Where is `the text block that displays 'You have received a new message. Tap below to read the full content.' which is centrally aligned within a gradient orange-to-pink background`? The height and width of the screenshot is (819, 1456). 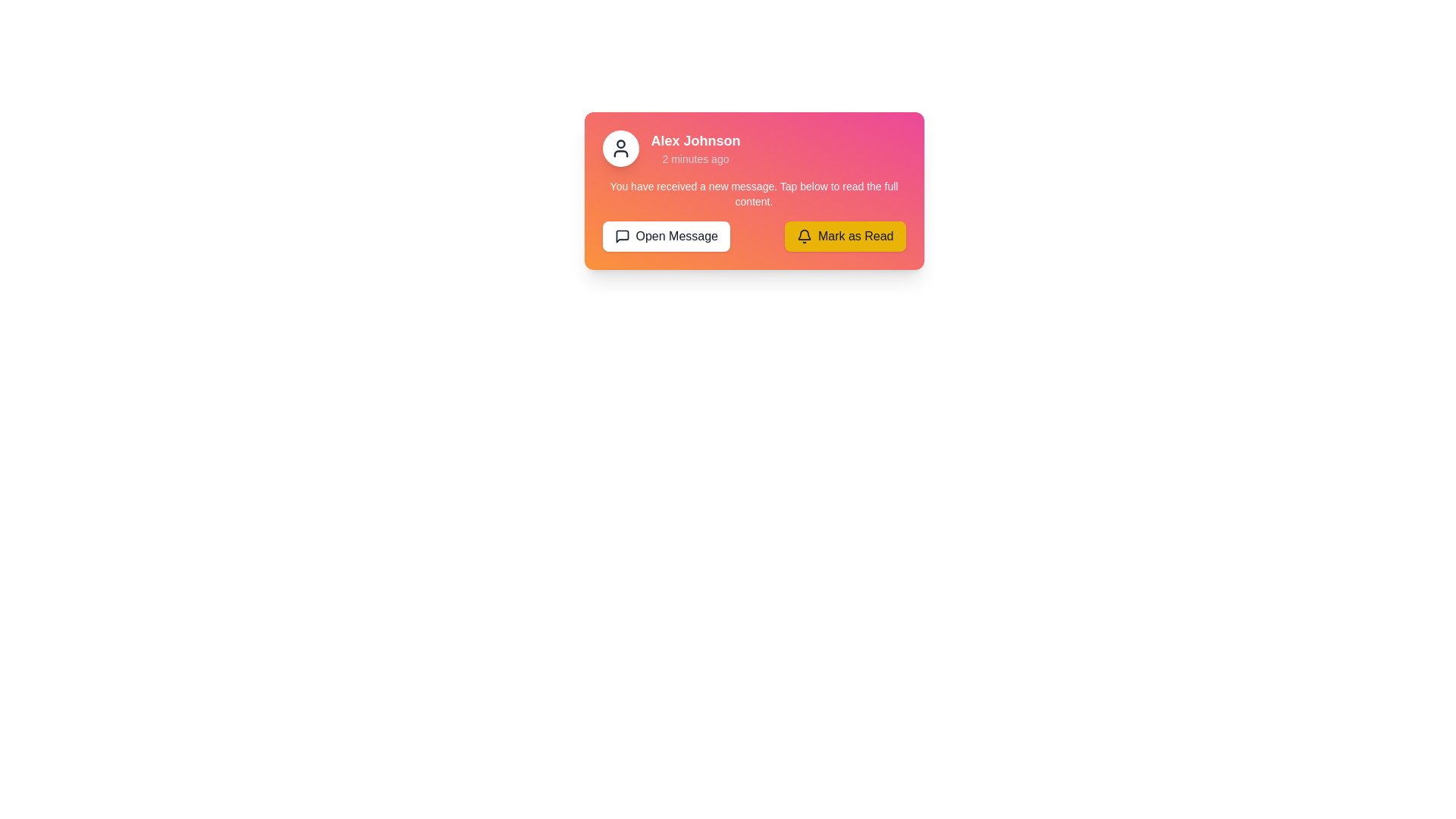
the text block that displays 'You have received a new message. Tap below to read the full content.' which is centrally aligned within a gradient orange-to-pink background is located at coordinates (754, 193).